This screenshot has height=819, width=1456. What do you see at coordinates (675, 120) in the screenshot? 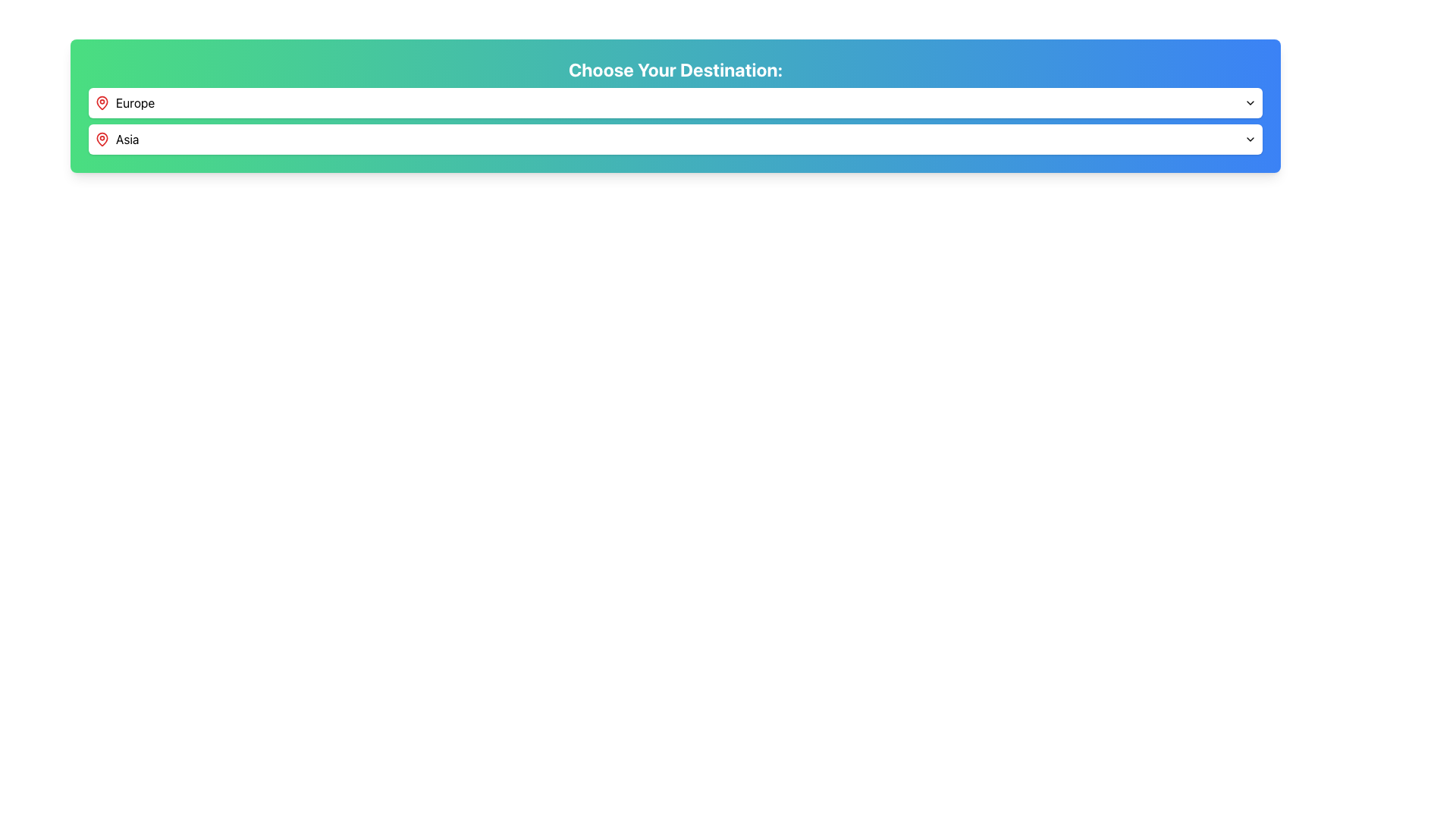
I see `the selectable items list` at bounding box center [675, 120].